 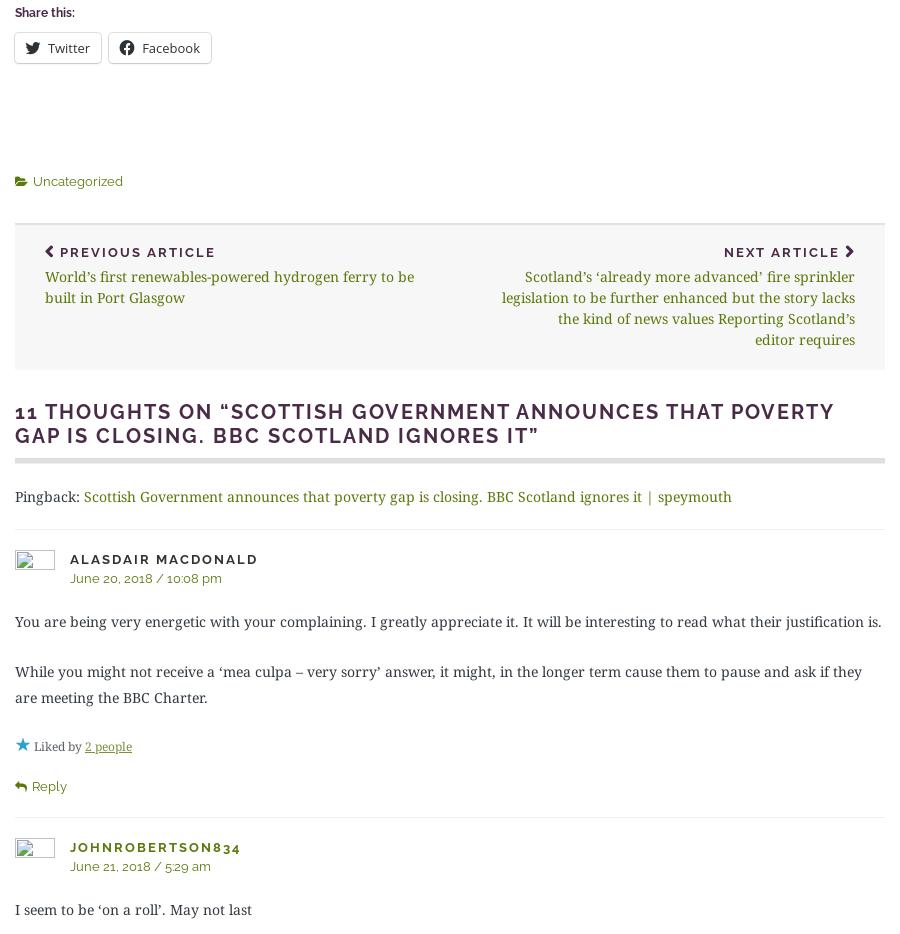 I want to click on 'June 20, 2018 / 10:08 pm', so click(x=145, y=577).